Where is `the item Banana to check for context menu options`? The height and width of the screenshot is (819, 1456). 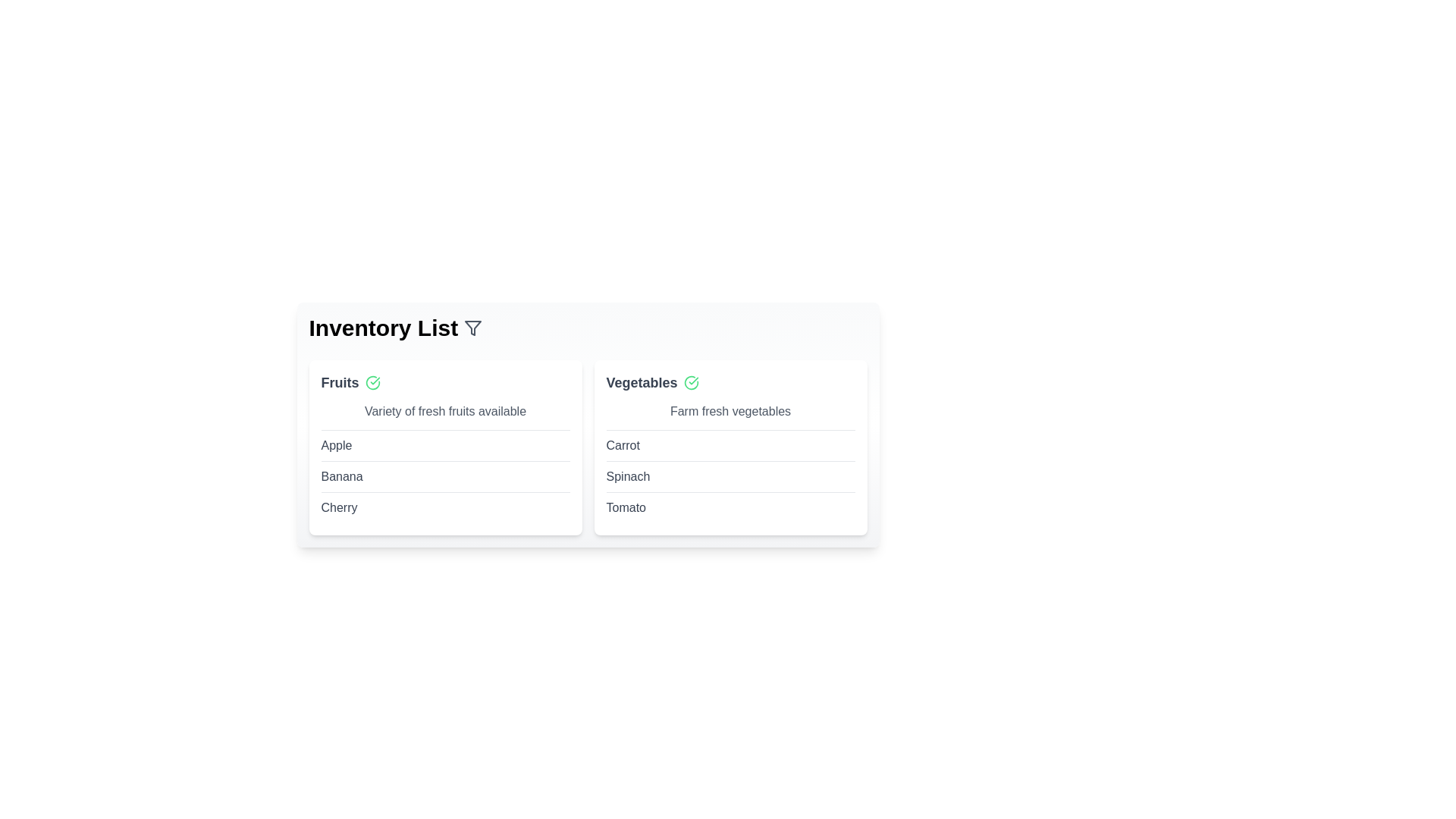 the item Banana to check for context menu options is located at coordinates (341, 475).